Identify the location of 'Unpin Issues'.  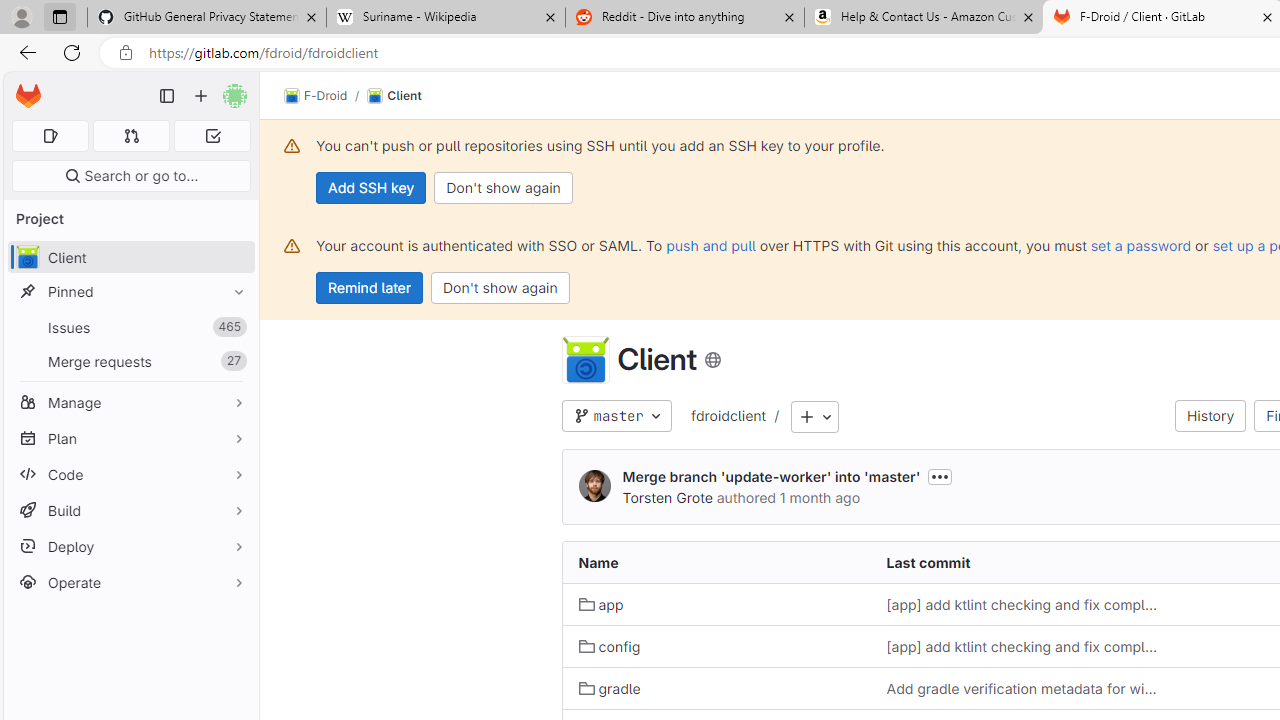
(234, 326).